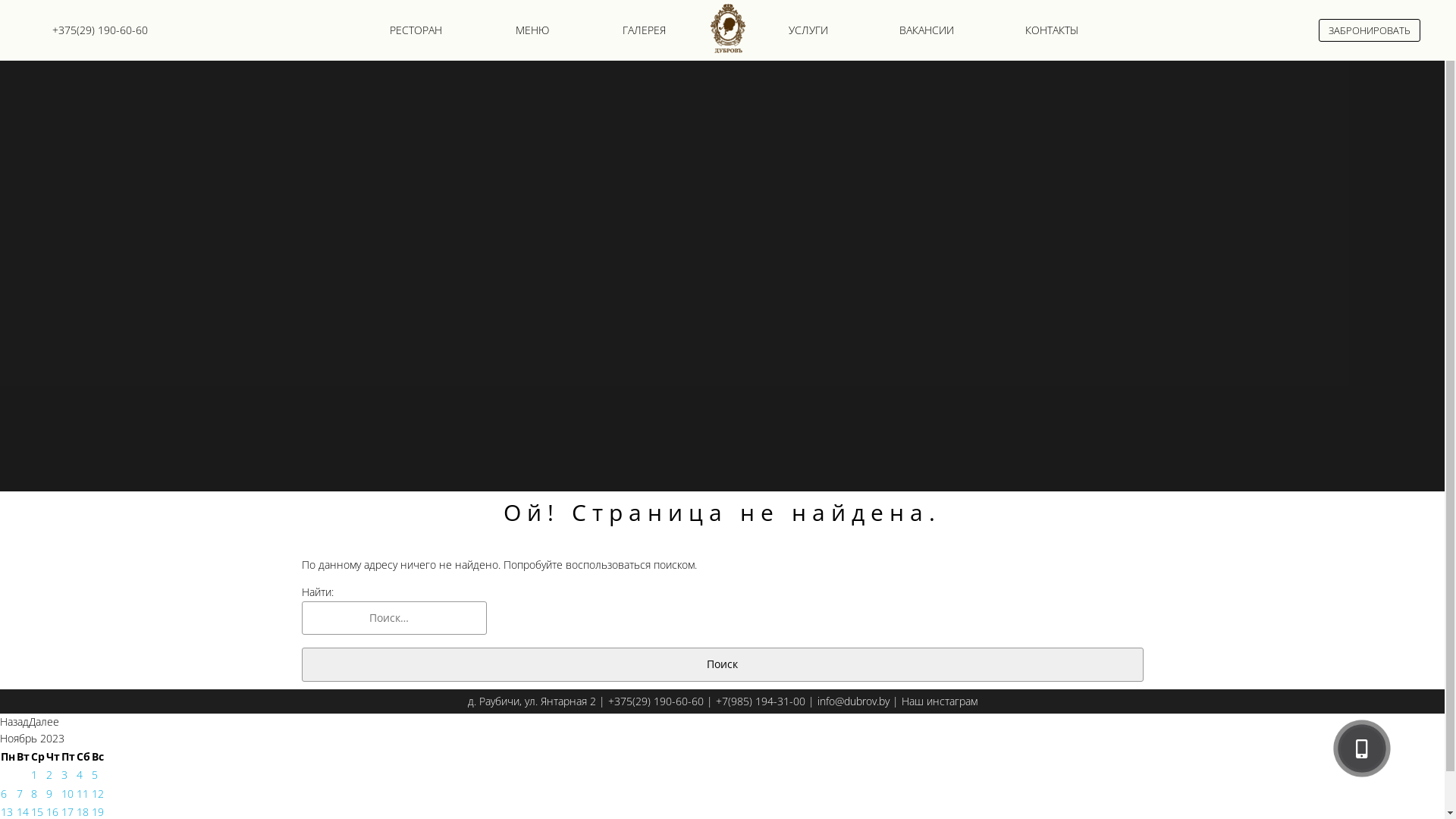  Describe the element at coordinates (64, 774) in the screenshot. I see `'3'` at that location.